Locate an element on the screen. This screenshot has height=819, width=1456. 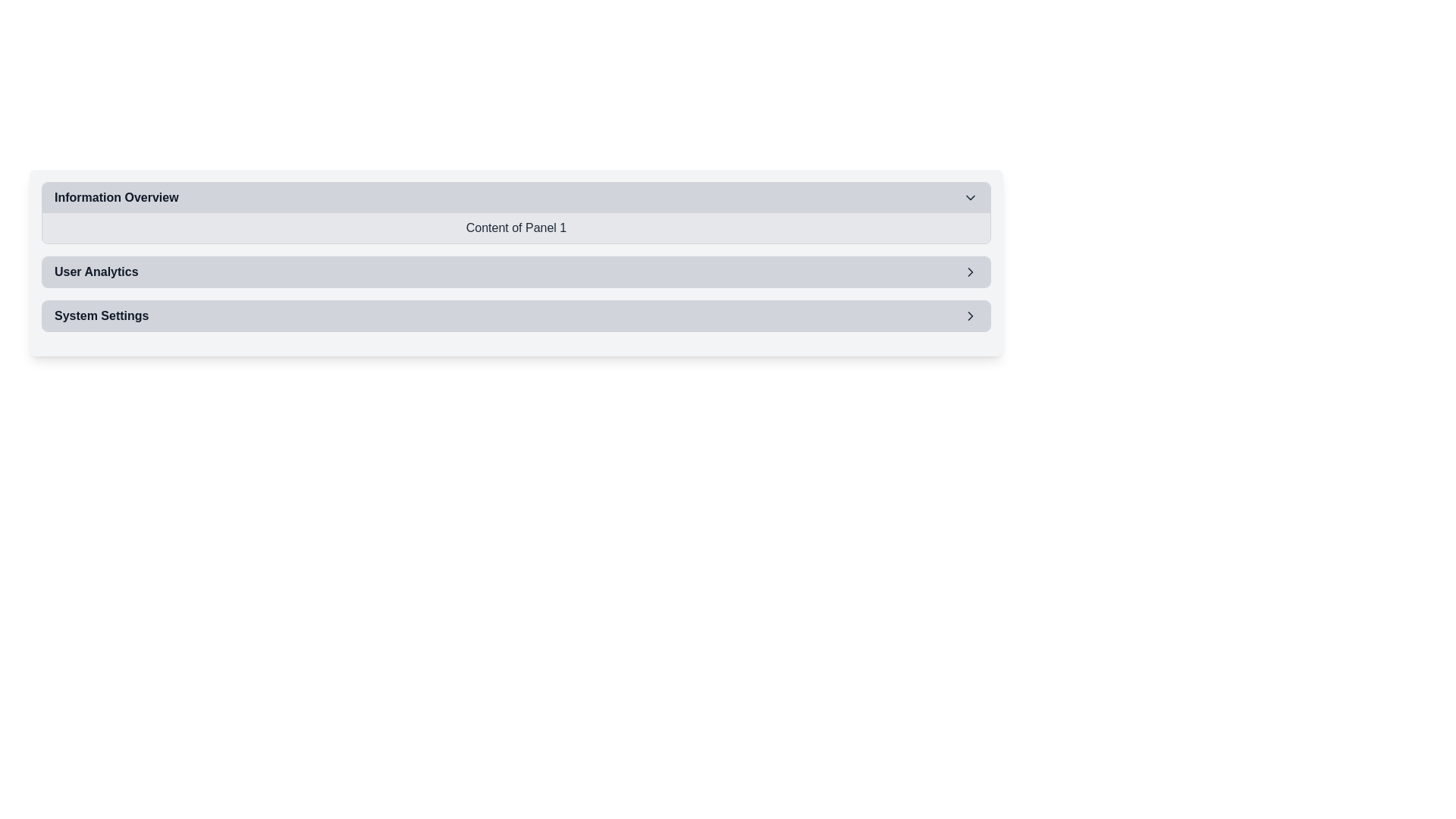
content displayed in the Text Display Block located under the 'Information Overview' header, which provides information related to 'Panel 1' is located at coordinates (516, 227).